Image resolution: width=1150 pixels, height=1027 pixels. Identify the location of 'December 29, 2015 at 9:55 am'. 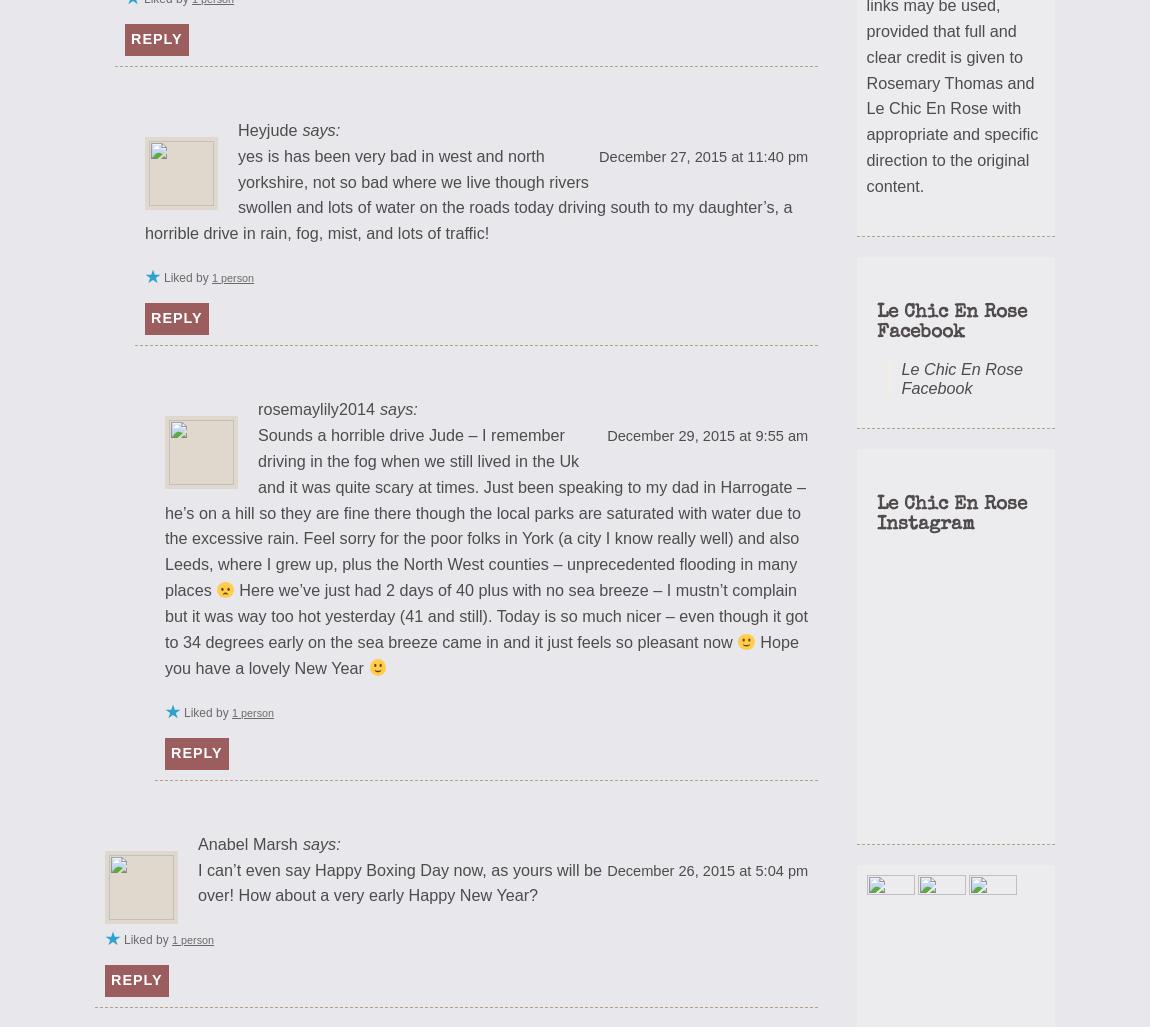
(706, 434).